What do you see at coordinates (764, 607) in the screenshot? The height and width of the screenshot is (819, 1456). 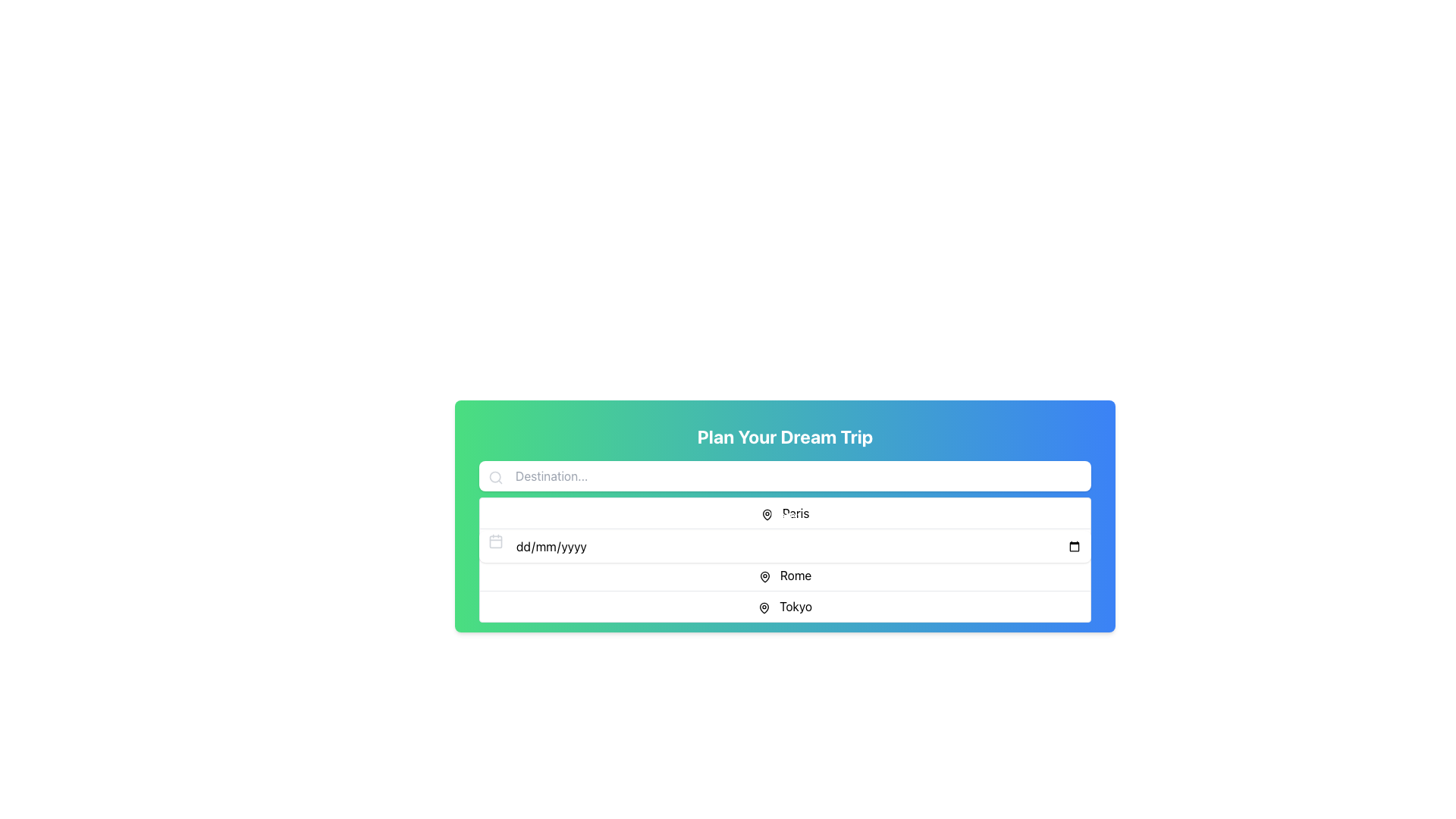 I see `the map pin icon located to the left of the text 'Tokyo' in the selectable list within the 'Plan Your Dream Trip' section` at bounding box center [764, 607].